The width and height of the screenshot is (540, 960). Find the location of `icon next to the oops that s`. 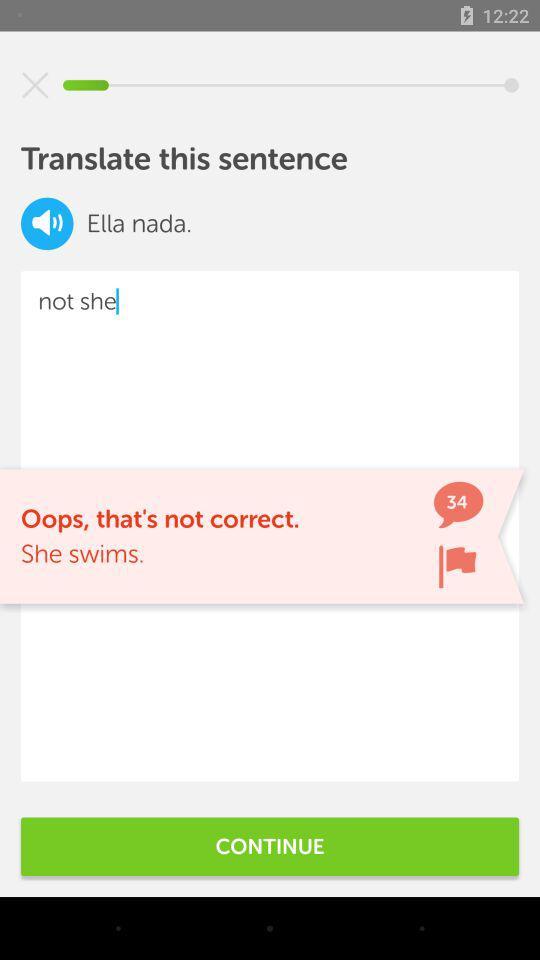

icon next to the oops that s is located at coordinates (457, 566).